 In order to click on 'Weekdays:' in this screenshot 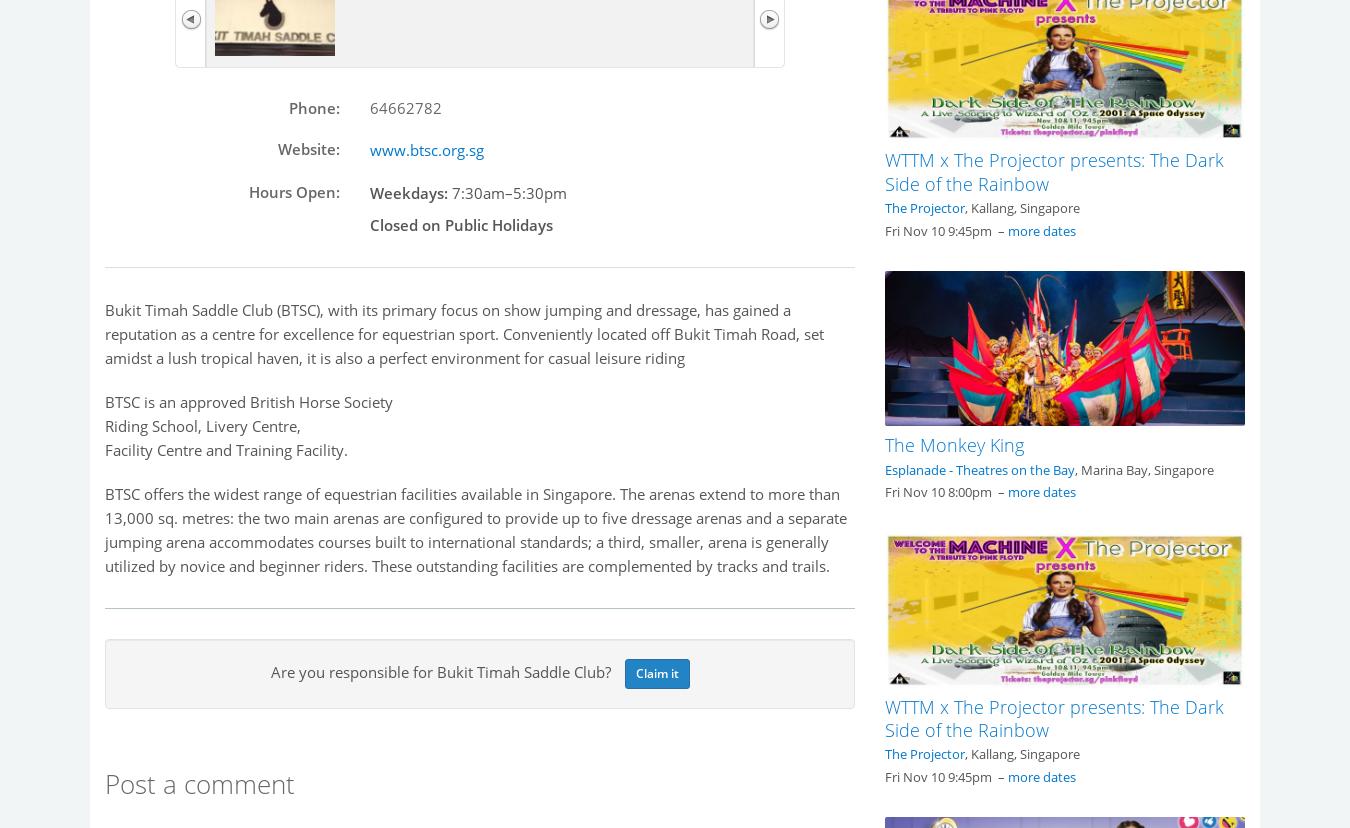, I will do `click(409, 191)`.